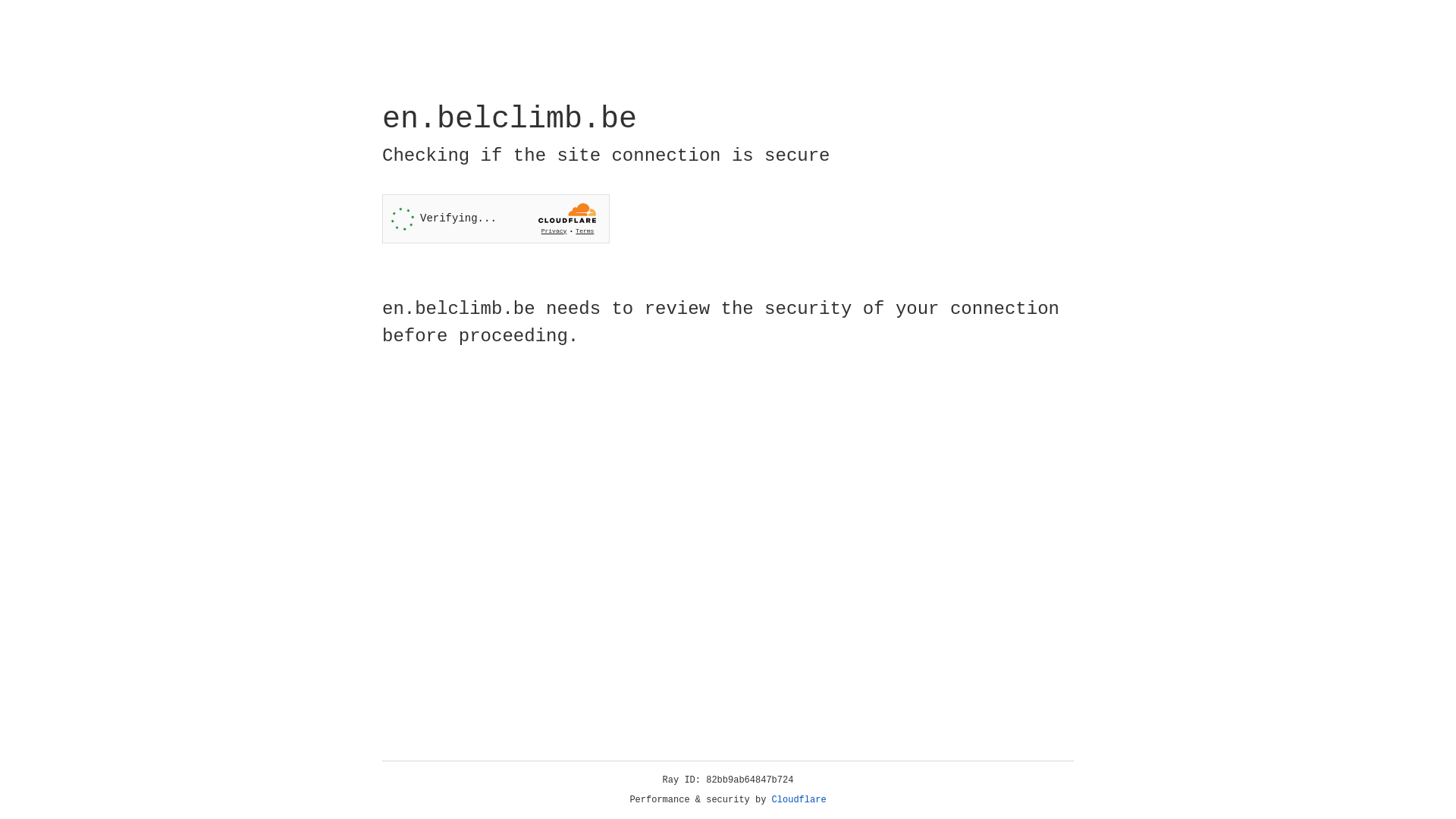 This screenshot has width=1456, height=819. I want to click on 'Widget containing a Cloudflare security challenge', so click(495, 218).